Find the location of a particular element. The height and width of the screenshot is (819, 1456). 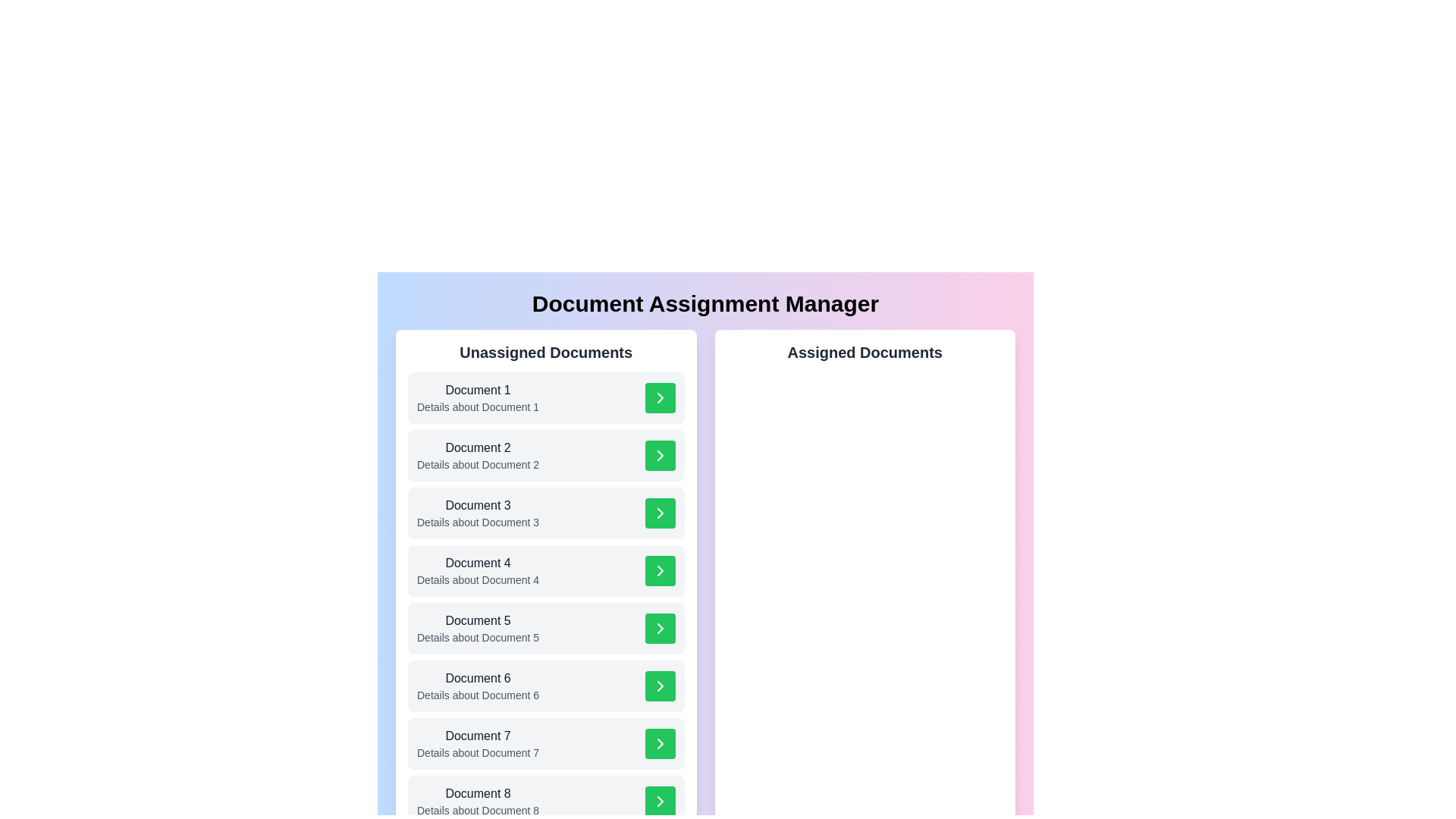

the button located to the right of the row labeled 'Document 4' in the 'Unassigned Documents' list is located at coordinates (660, 570).